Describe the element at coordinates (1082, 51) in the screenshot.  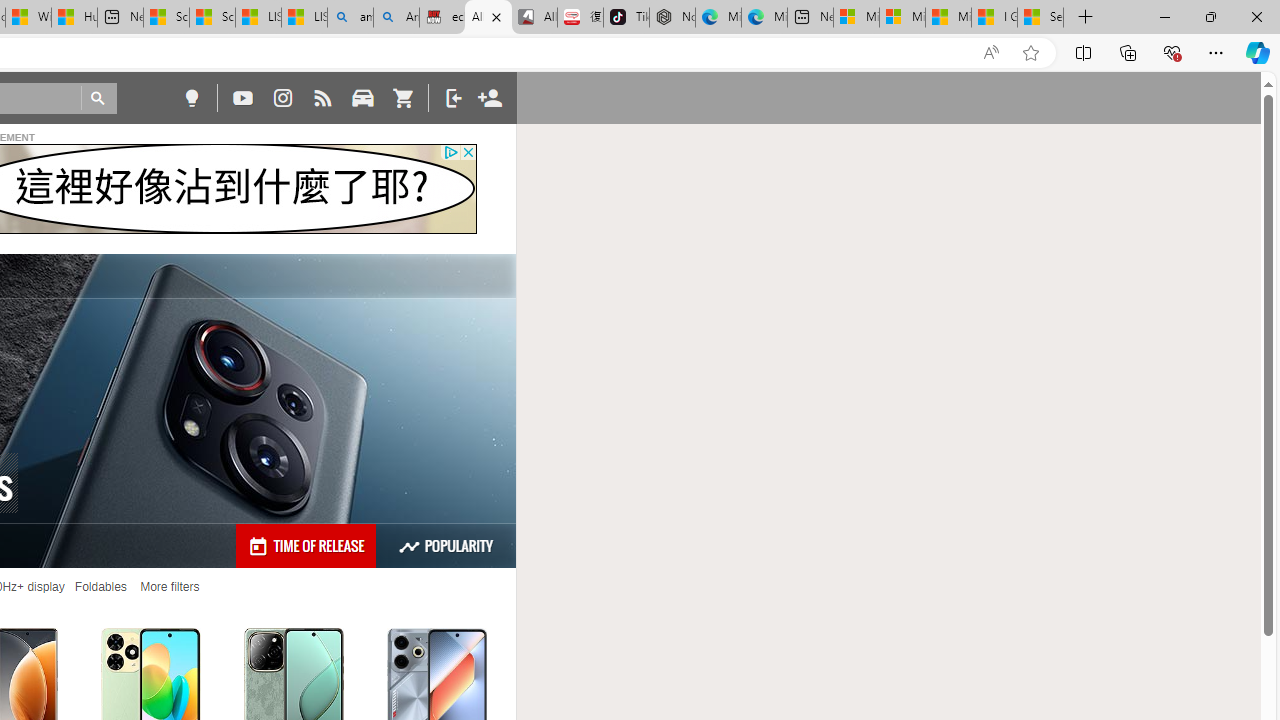
I see `'Split screen'` at that location.